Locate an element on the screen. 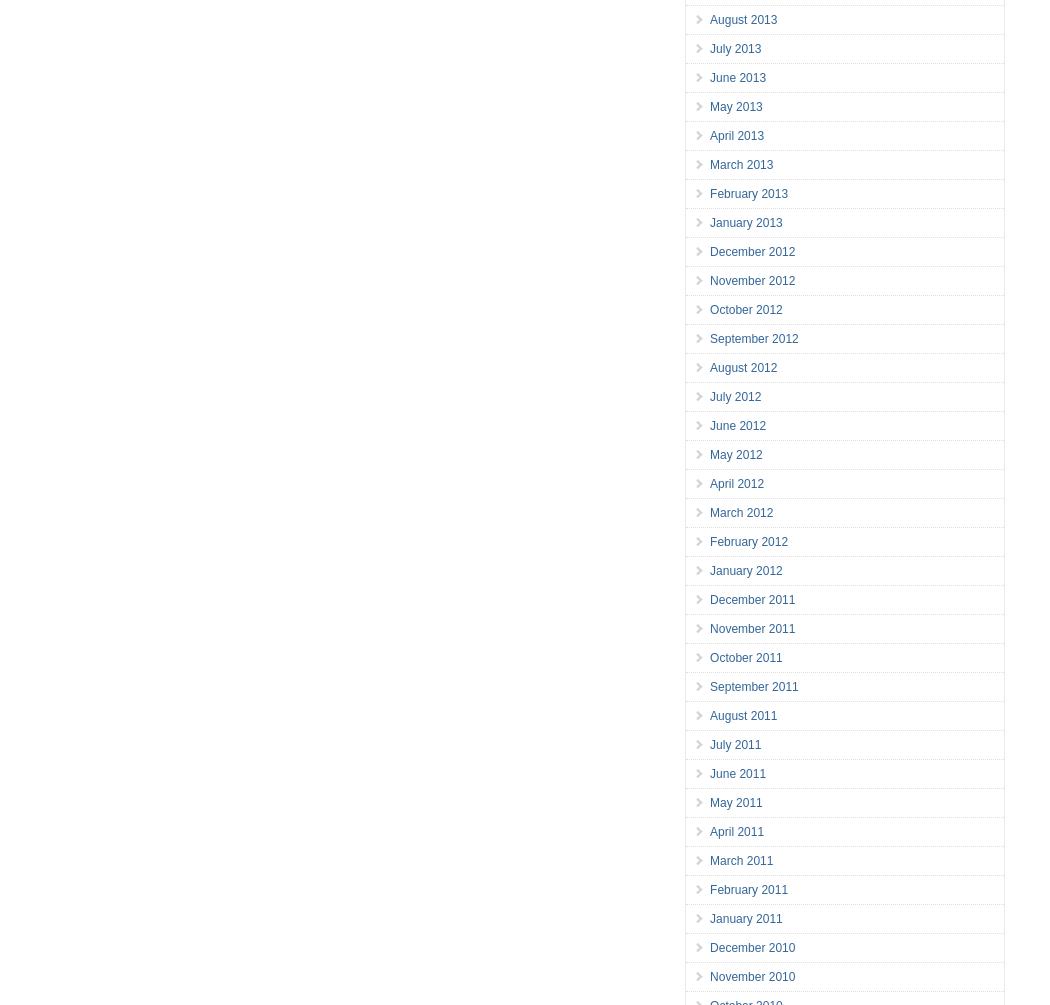 Image resolution: width=1050 pixels, height=1005 pixels. 'November 2011' is located at coordinates (710, 628).